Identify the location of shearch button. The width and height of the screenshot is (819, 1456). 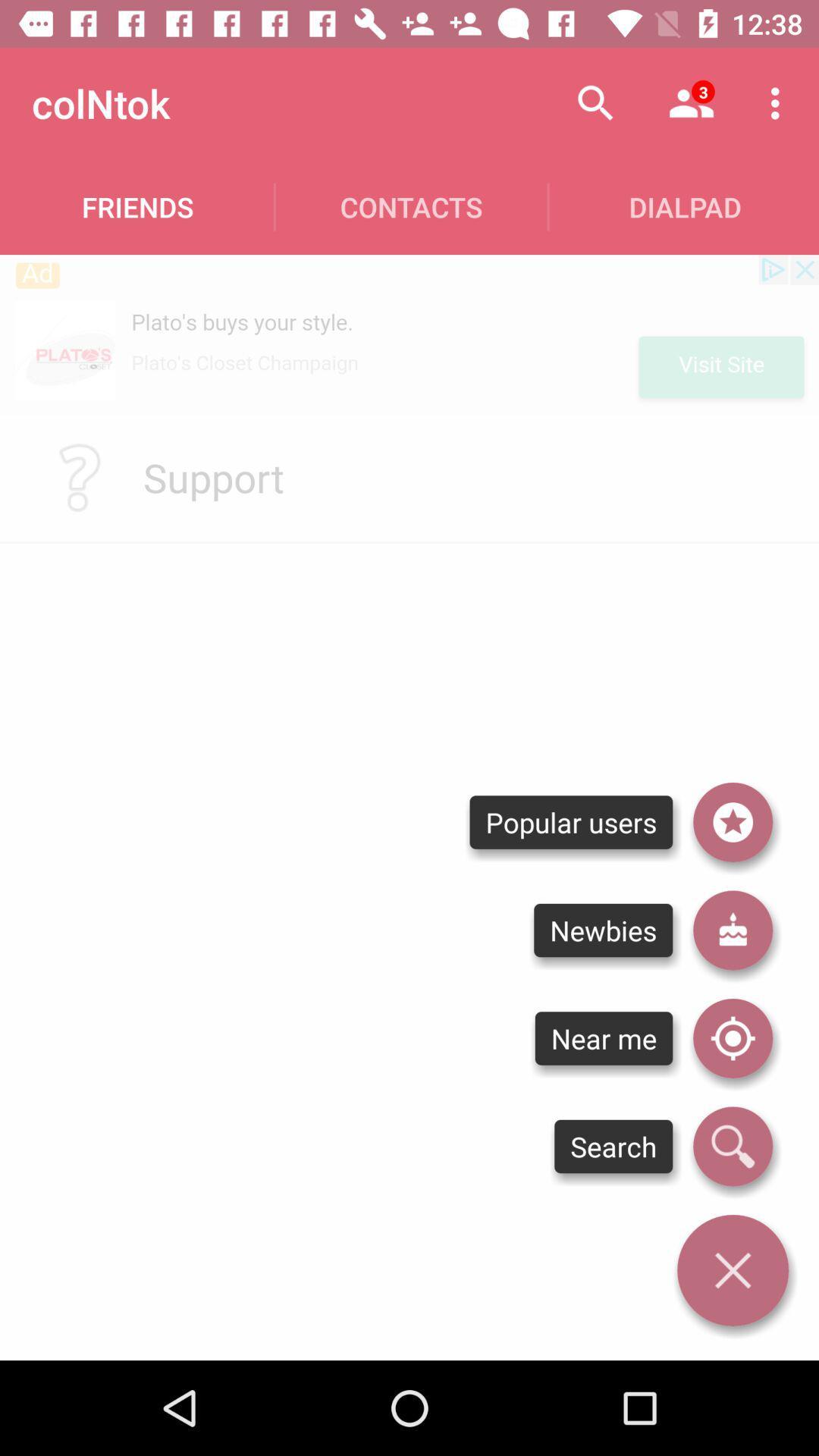
(732, 1147).